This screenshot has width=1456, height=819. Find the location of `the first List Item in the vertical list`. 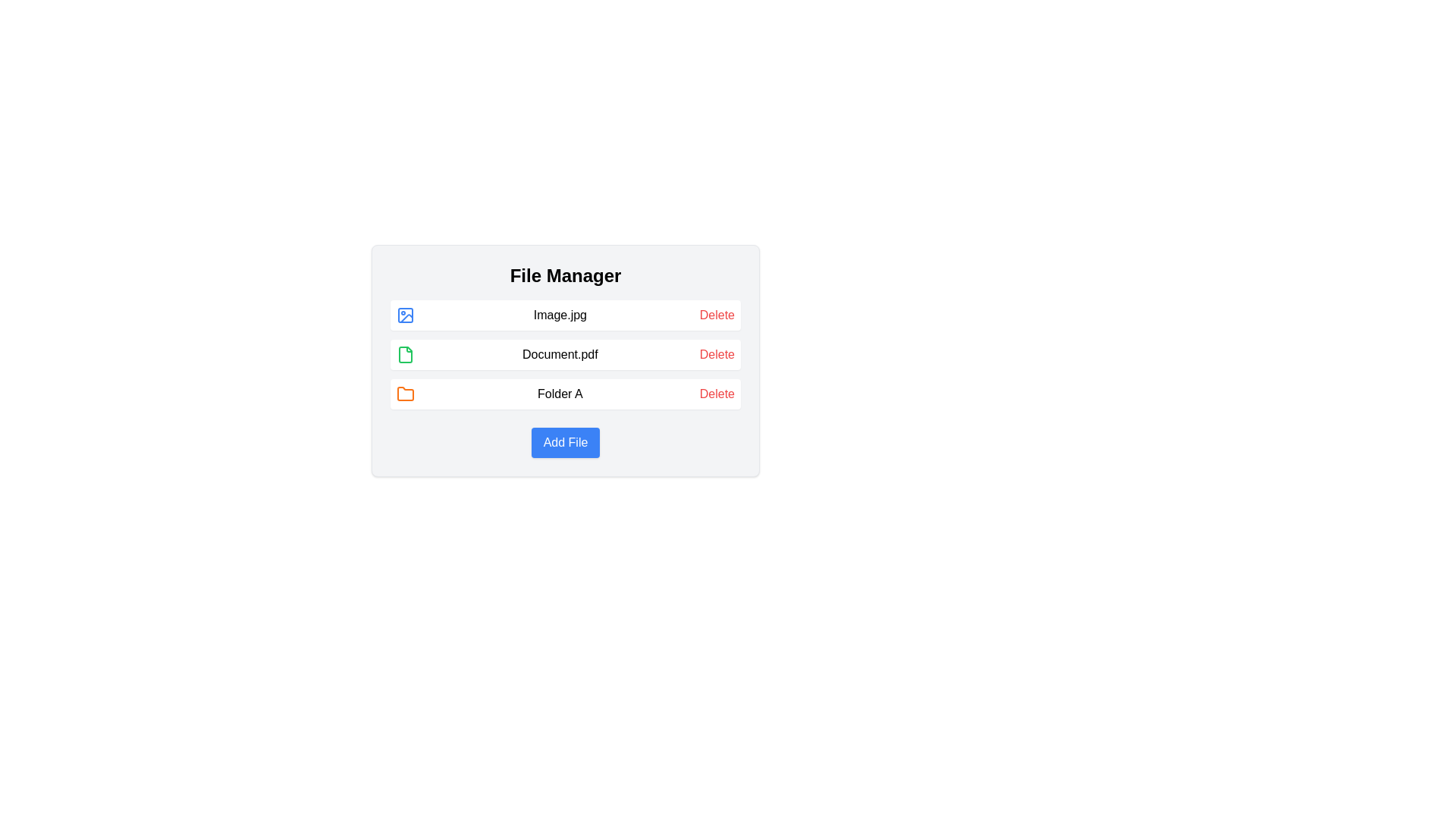

the first List Item in the vertical list is located at coordinates (564, 315).